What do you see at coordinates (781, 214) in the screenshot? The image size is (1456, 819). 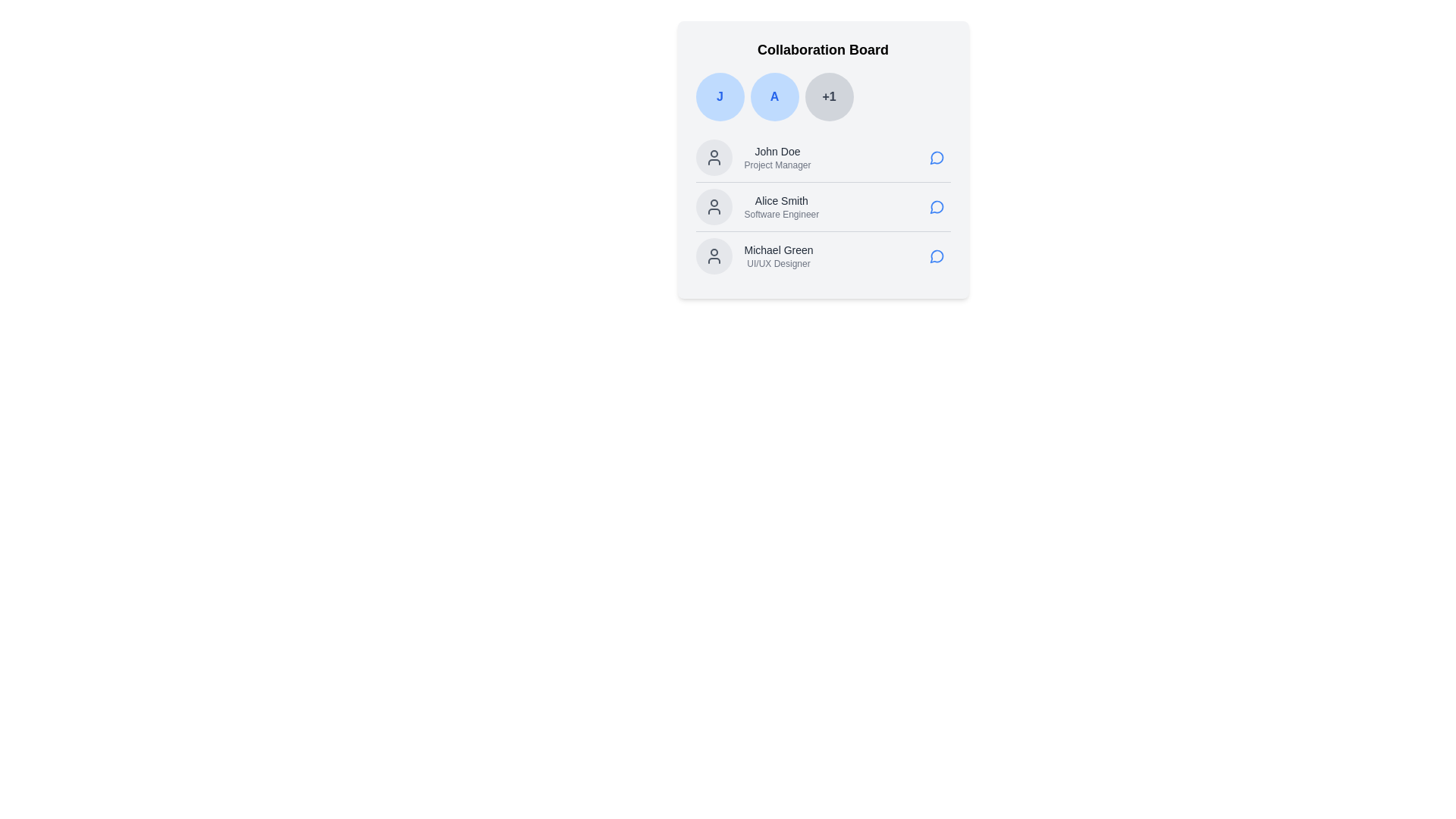 I see `the text label reading 'Software Engineer' styled in light gray color, located under 'Alice Smith' in the 'Collaboration Board' interface` at bounding box center [781, 214].